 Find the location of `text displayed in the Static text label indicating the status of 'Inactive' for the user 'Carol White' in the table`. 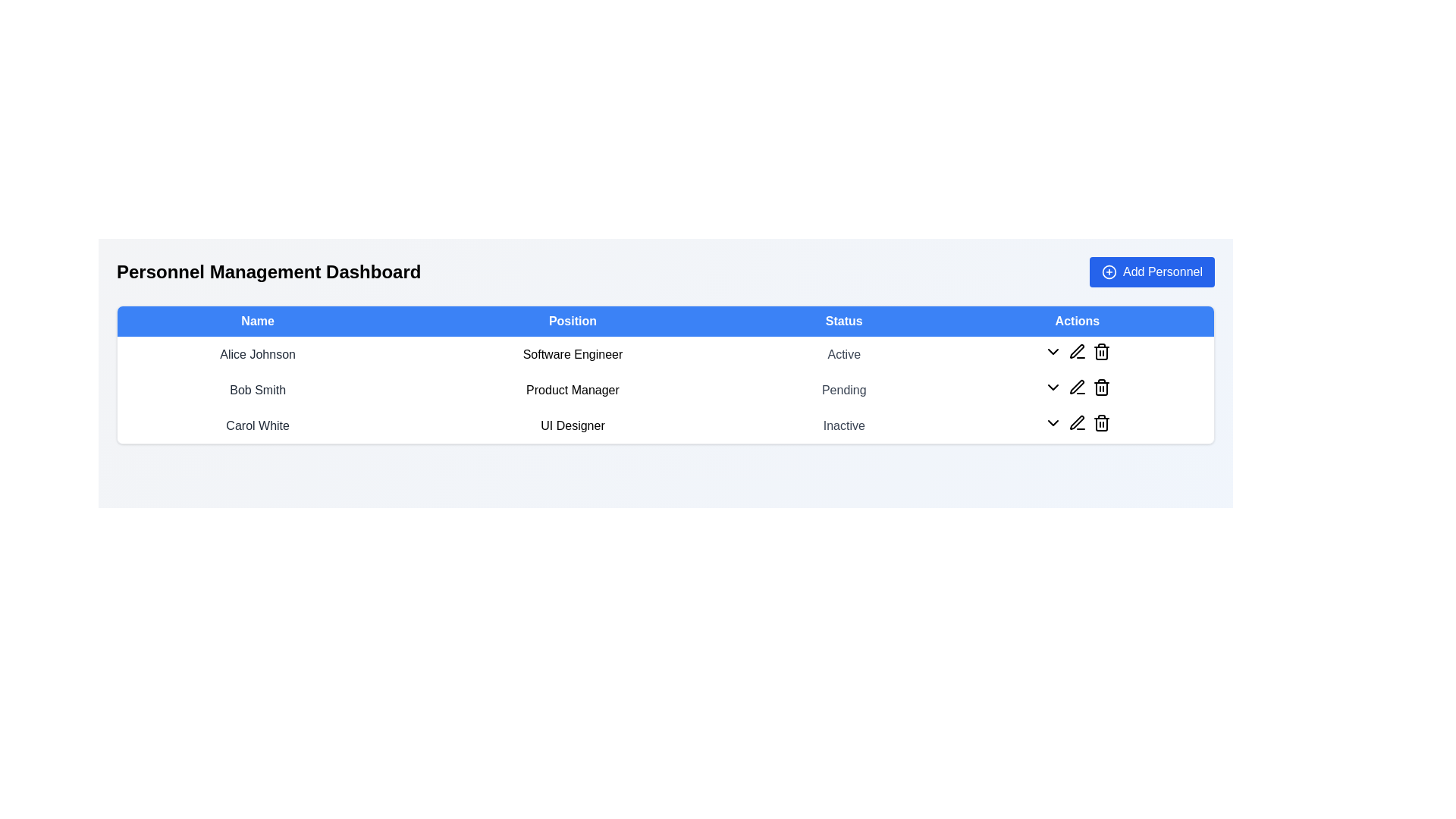

text displayed in the Static text label indicating the status of 'Inactive' for the user 'Carol White' in the table is located at coordinates (843, 425).